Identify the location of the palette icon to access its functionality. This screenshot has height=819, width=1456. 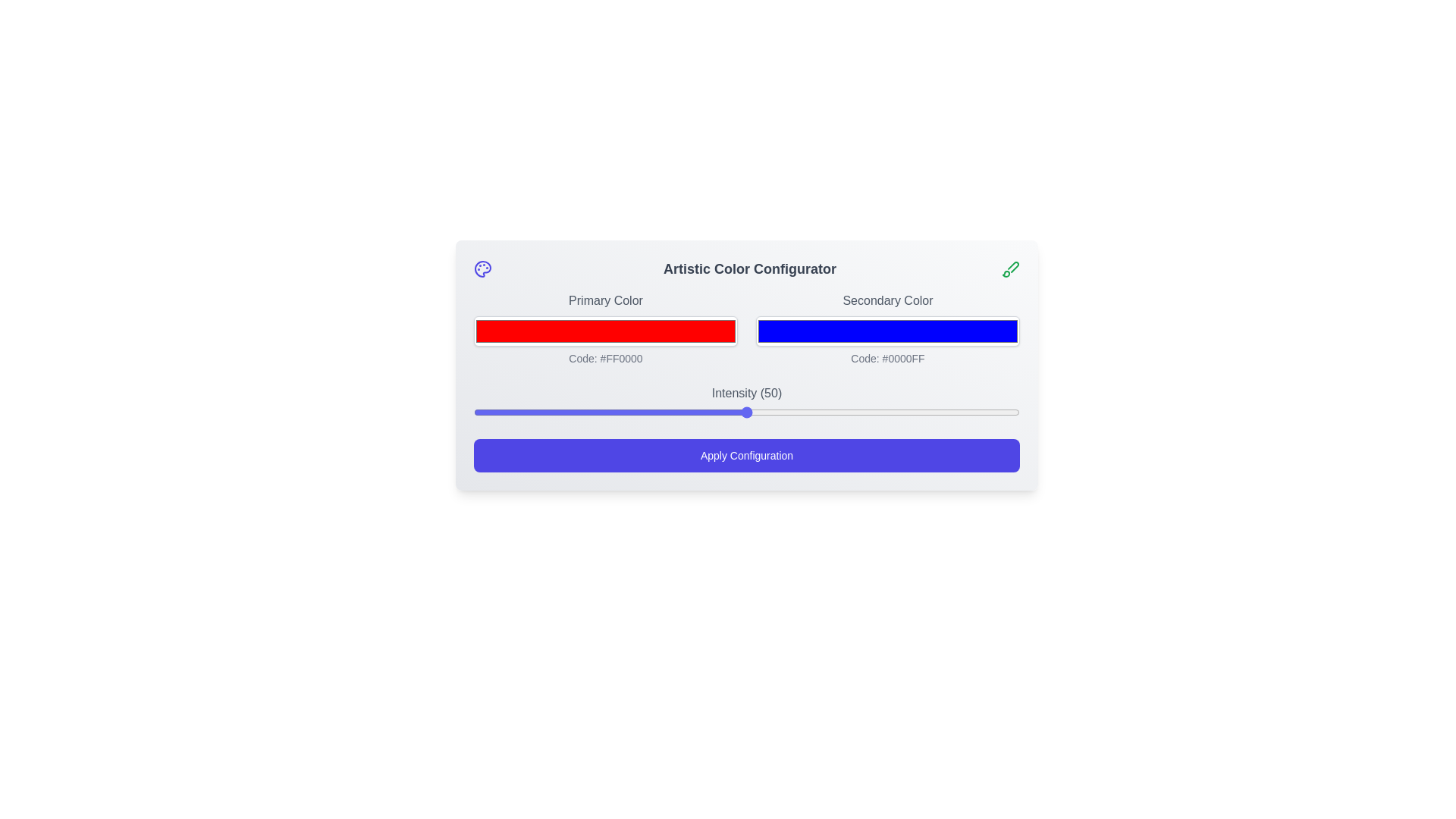
(482, 268).